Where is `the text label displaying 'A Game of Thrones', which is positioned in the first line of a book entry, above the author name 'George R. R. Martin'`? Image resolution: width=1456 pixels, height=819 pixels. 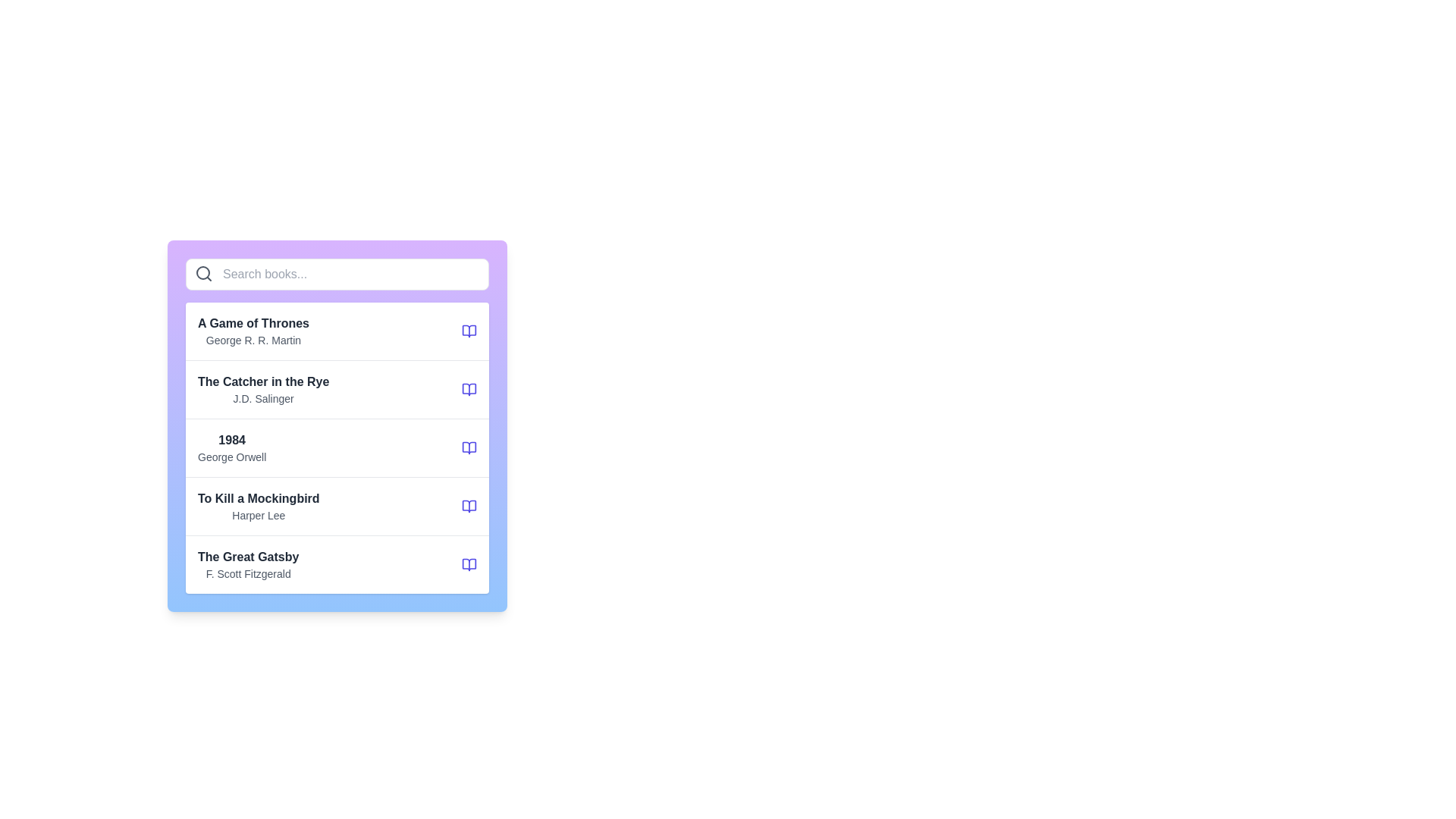 the text label displaying 'A Game of Thrones', which is positioned in the first line of a book entry, above the author name 'George R. R. Martin' is located at coordinates (253, 323).